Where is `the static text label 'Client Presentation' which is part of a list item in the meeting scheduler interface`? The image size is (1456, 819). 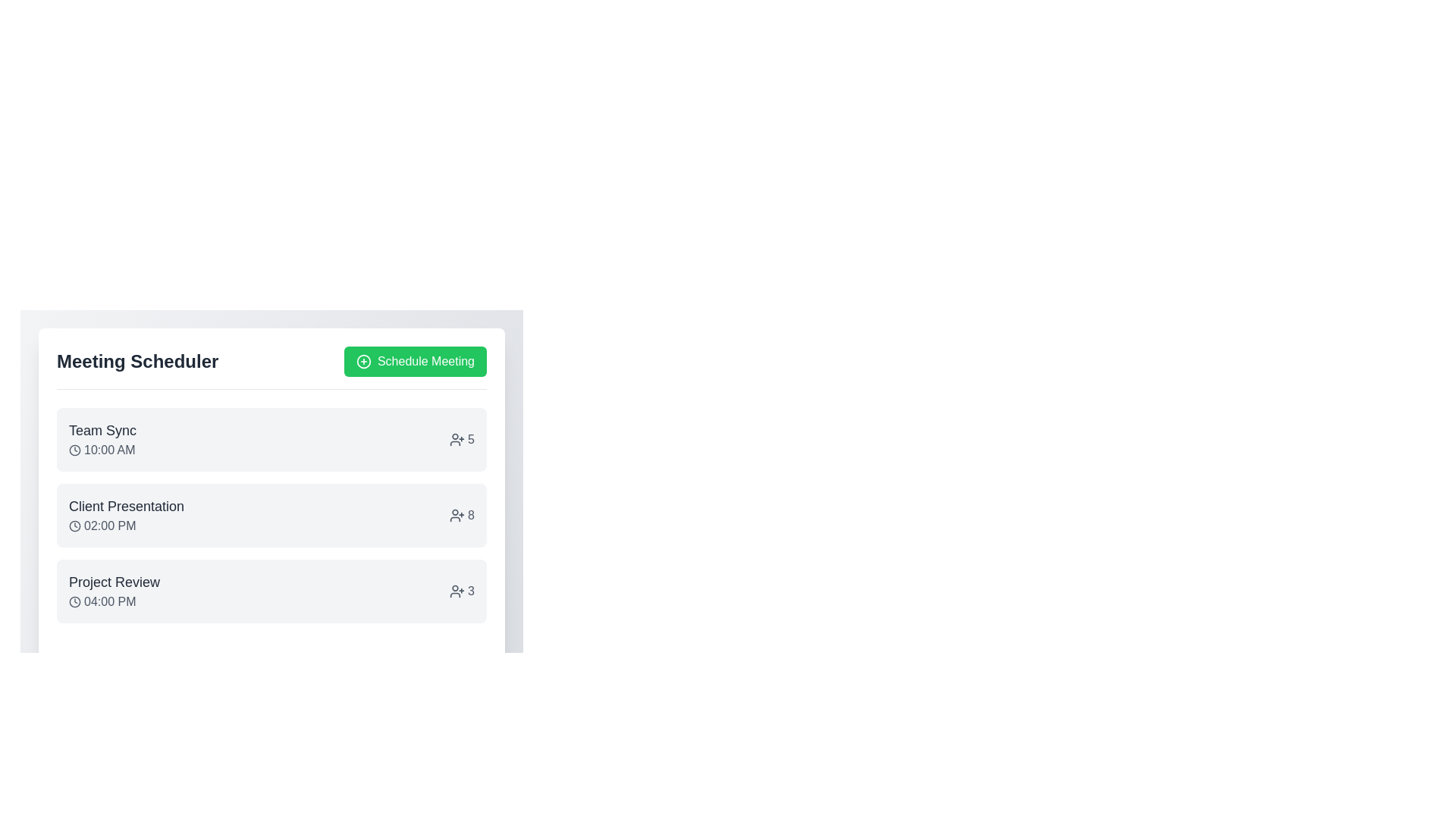 the static text label 'Client Presentation' which is part of a list item in the meeting scheduler interface is located at coordinates (127, 506).